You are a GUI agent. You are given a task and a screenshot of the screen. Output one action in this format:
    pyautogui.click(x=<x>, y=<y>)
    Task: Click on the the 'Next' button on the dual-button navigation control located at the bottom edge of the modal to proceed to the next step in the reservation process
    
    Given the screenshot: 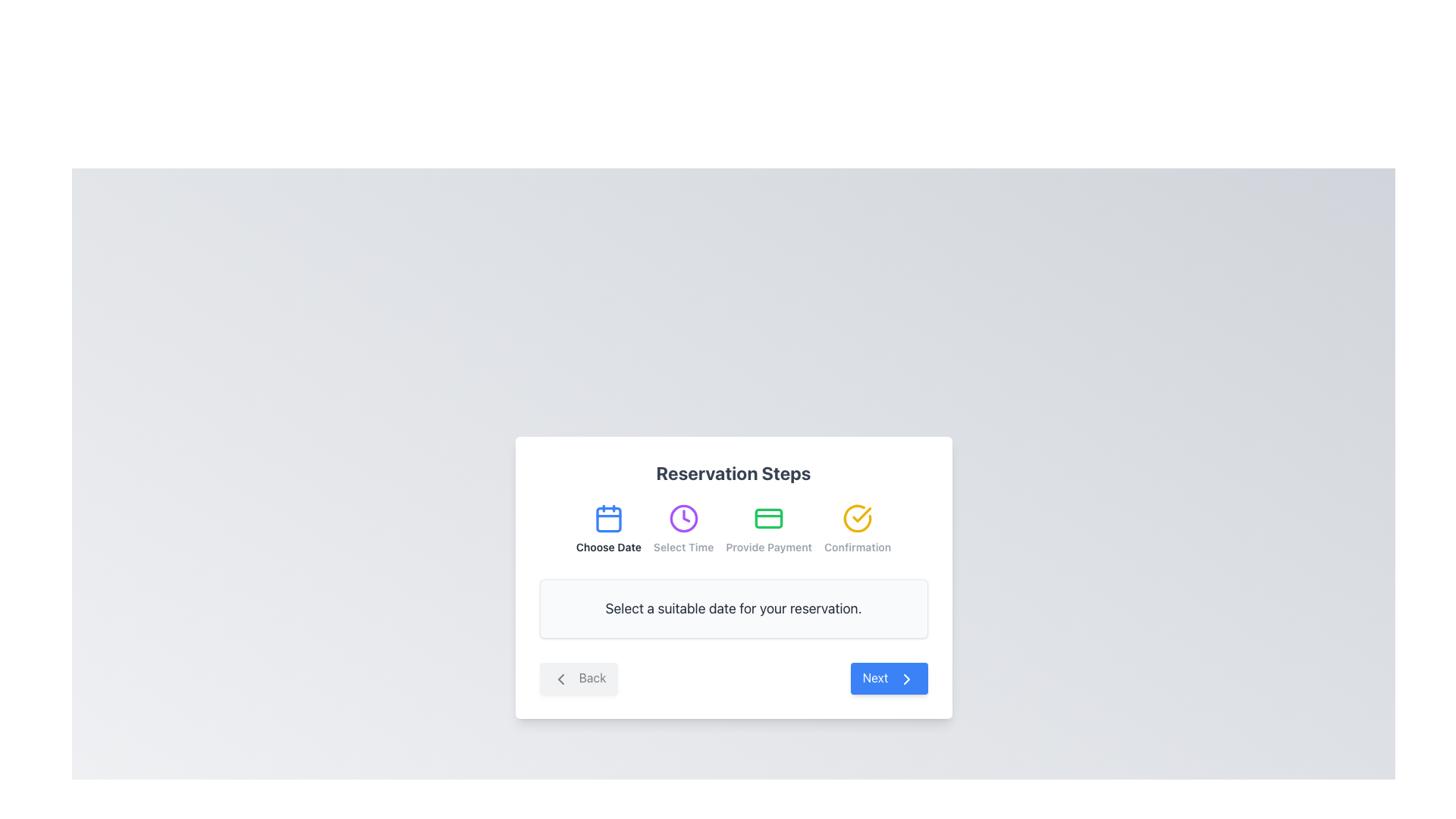 What is the action you would take?
    pyautogui.click(x=733, y=677)
    